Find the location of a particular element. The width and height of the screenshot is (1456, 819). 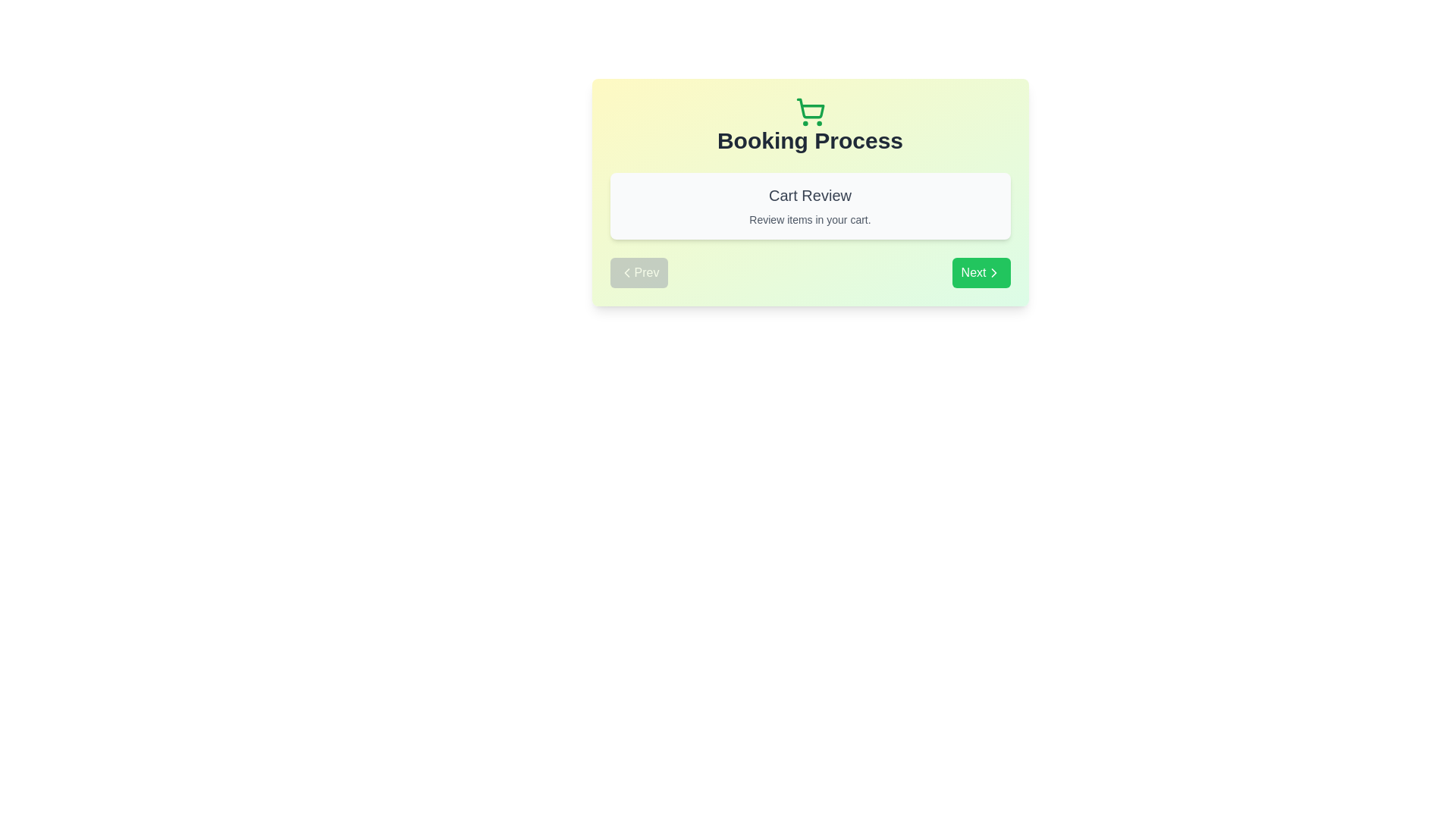

the left-pointing arrow icon that is part of the 'Prev' navigation button located at the bottom-left of the main content area is located at coordinates (626, 271).